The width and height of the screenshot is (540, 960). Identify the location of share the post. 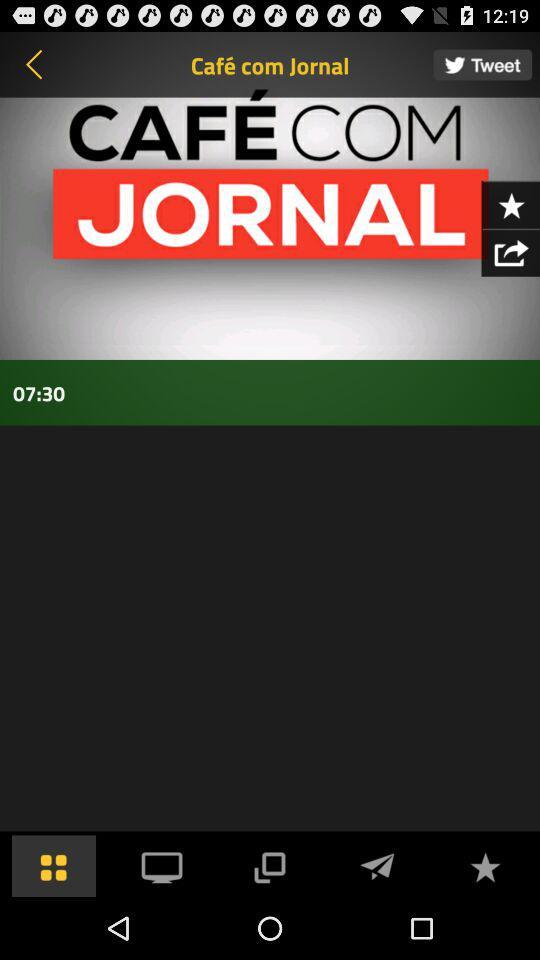
(269, 864).